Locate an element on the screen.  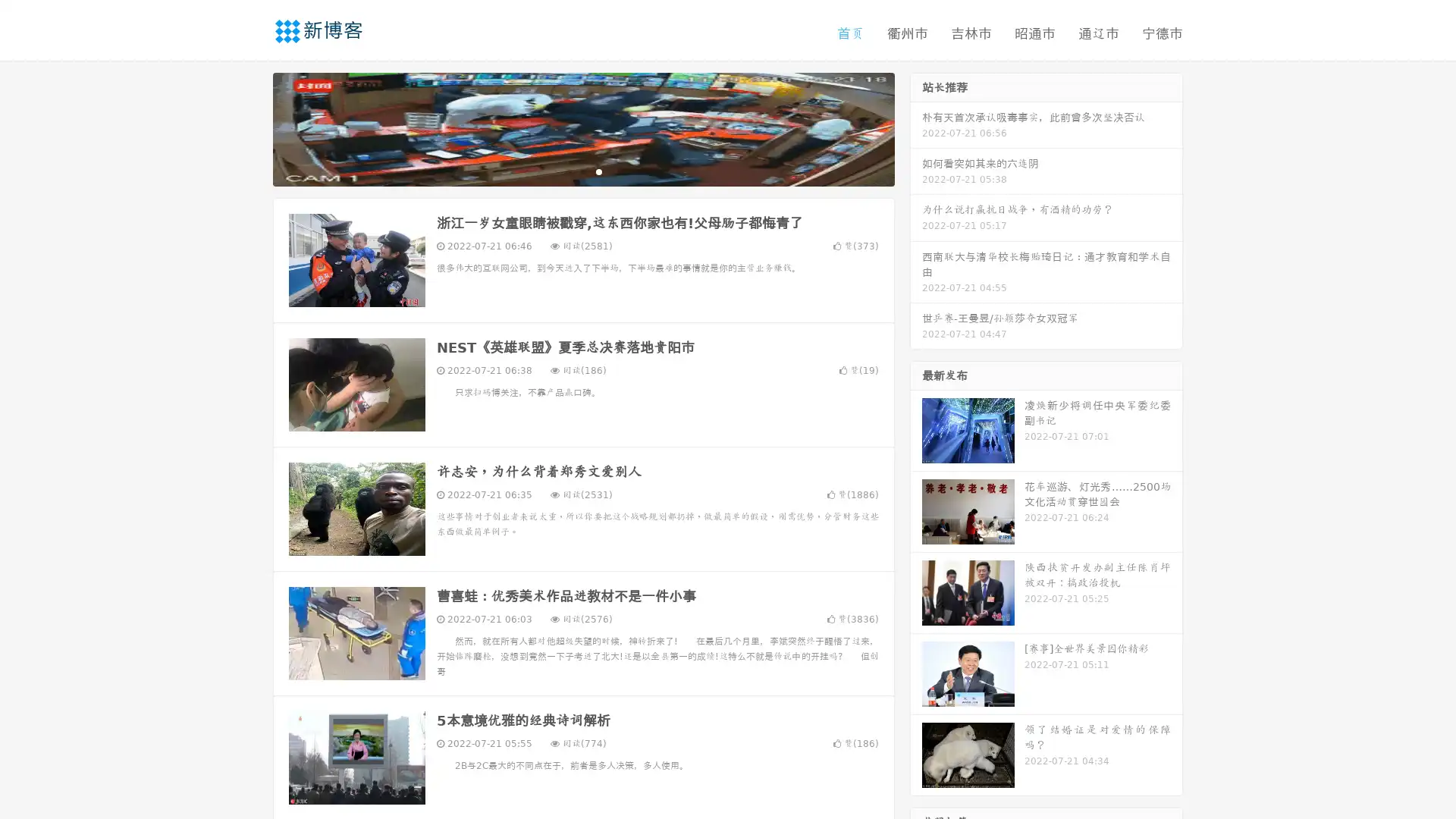
Previous slide is located at coordinates (250, 127).